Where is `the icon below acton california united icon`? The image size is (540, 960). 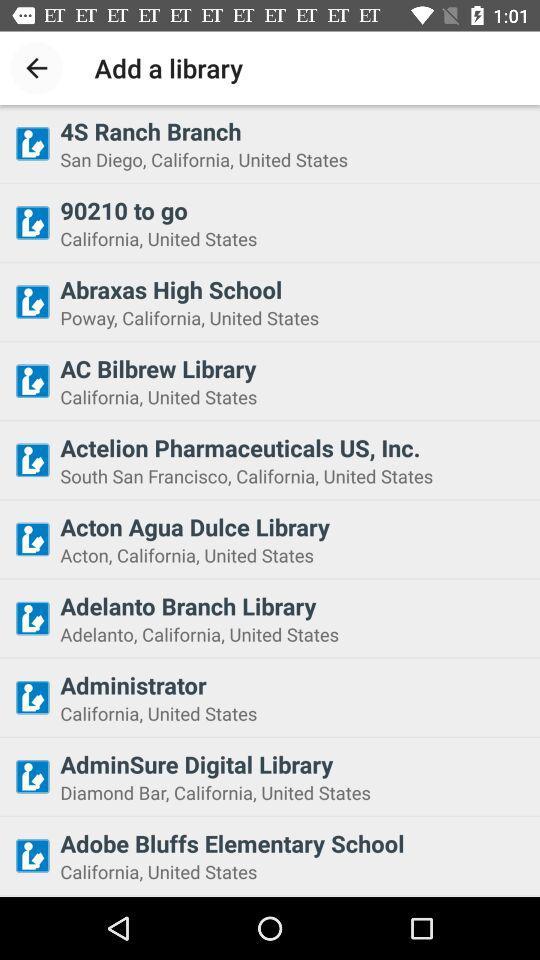
the icon below acton california united icon is located at coordinates (293, 605).